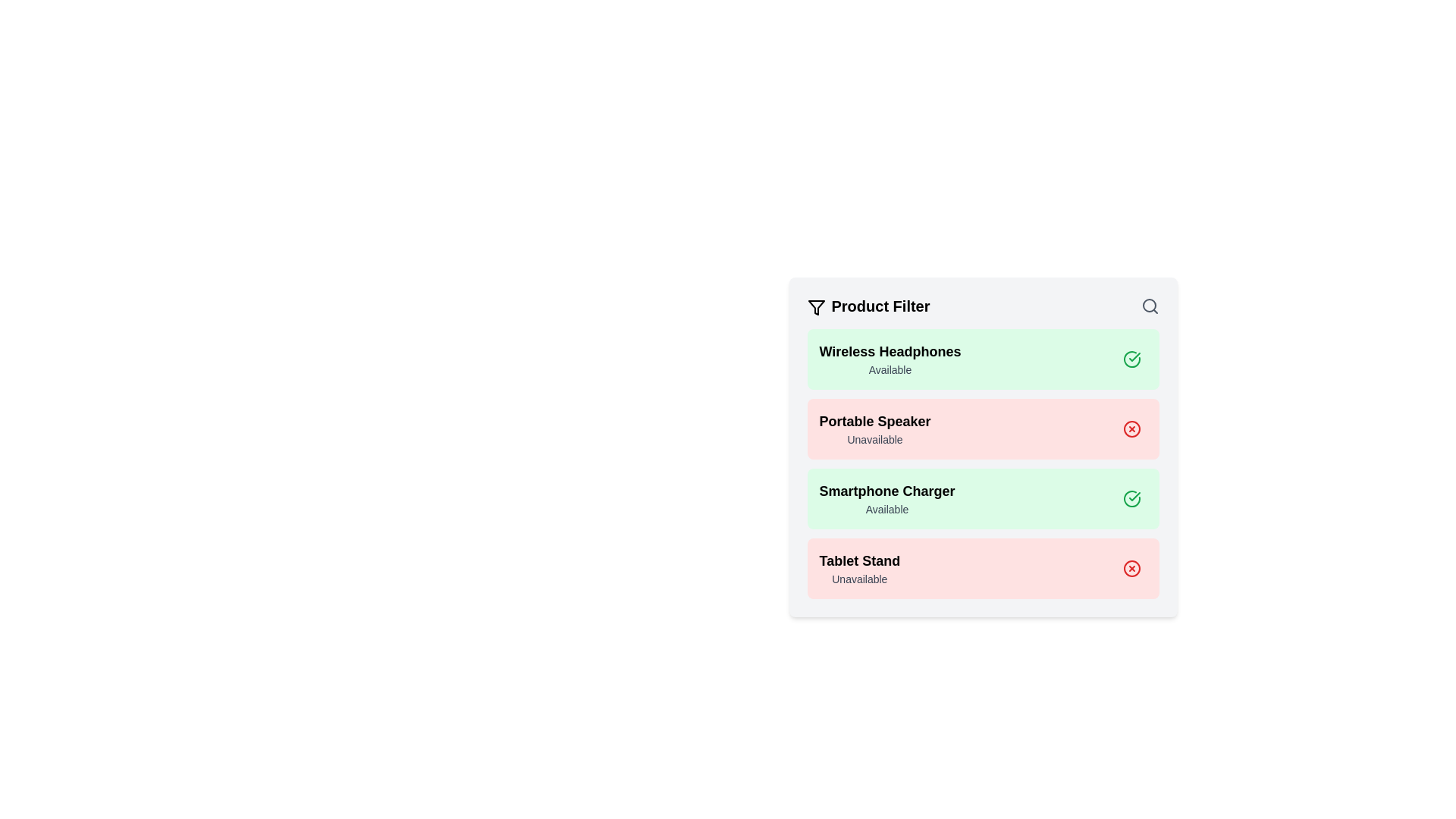  Describe the element at coordinates (887, 499) in the screenshot. I see `the 'Smartphone Charger' text display element that indicates the product's availability, positioned in the lower-middle part of a card under 'Product Filter'` at that location.